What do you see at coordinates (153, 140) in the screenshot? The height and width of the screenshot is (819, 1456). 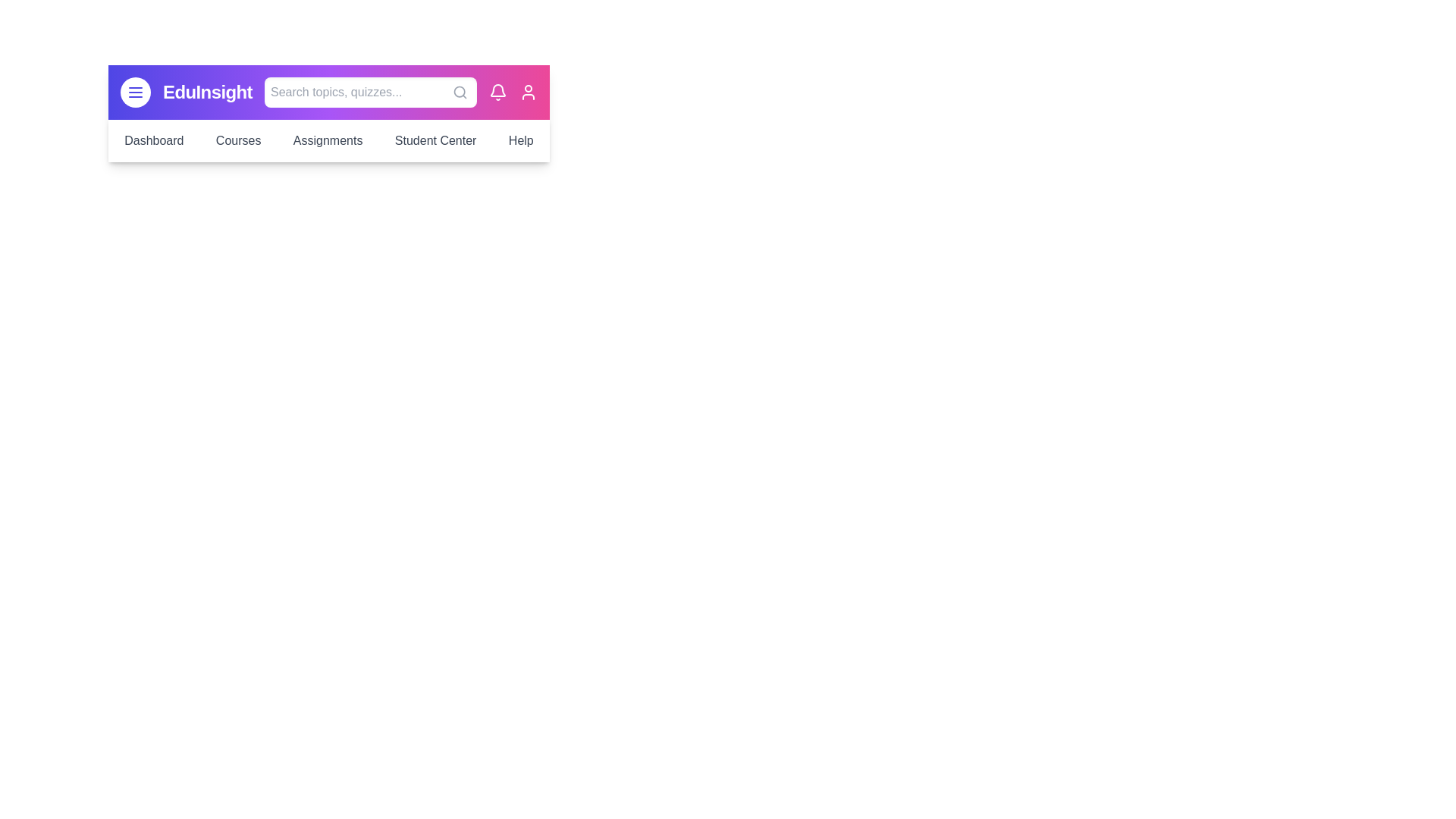 I see `the menu item Dashboard to navigate to the corresponding section` at bounding box center [153, 140].